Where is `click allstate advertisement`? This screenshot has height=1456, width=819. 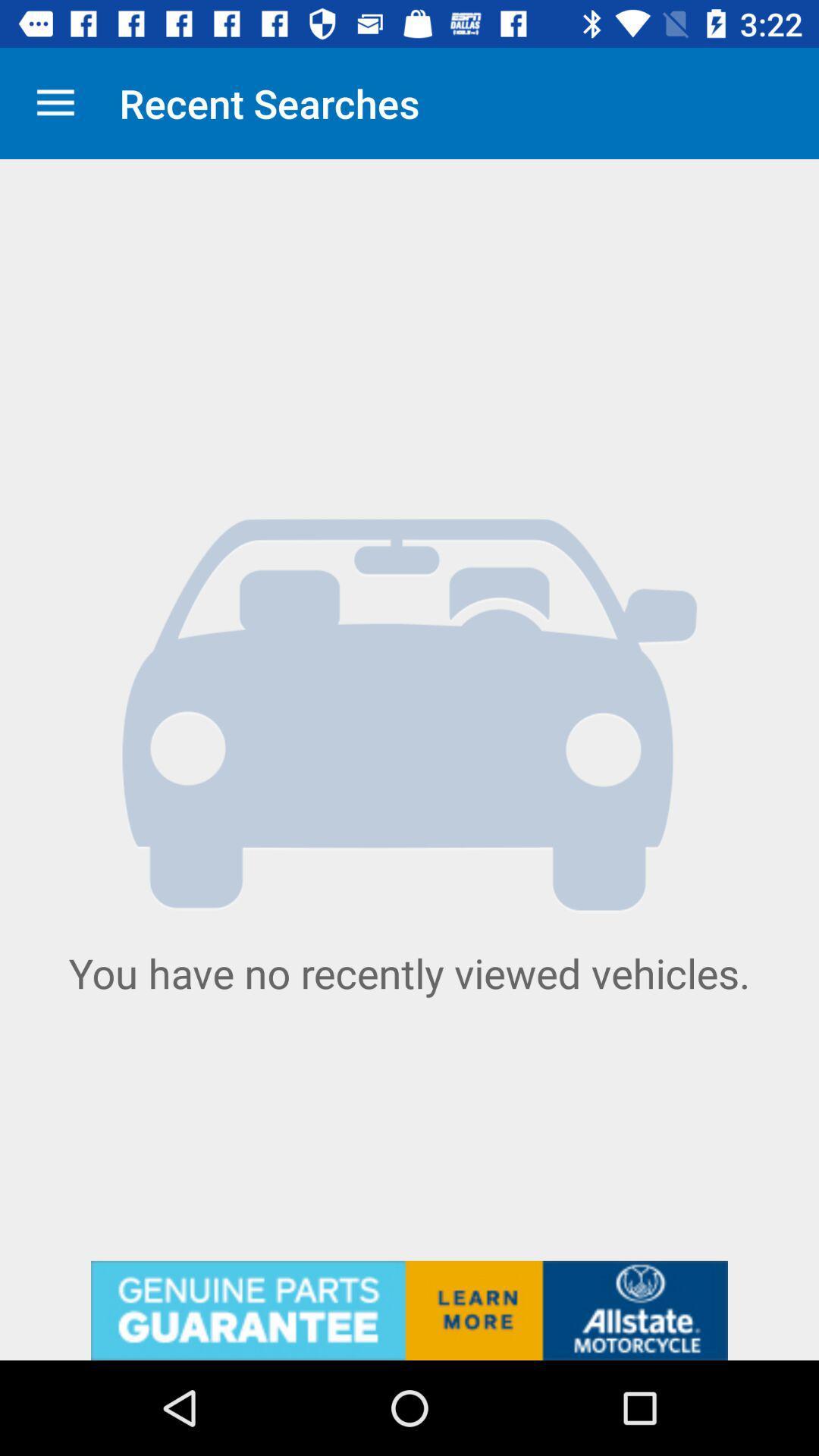 click allstate advertisement is located at coordinates (409, 1310).